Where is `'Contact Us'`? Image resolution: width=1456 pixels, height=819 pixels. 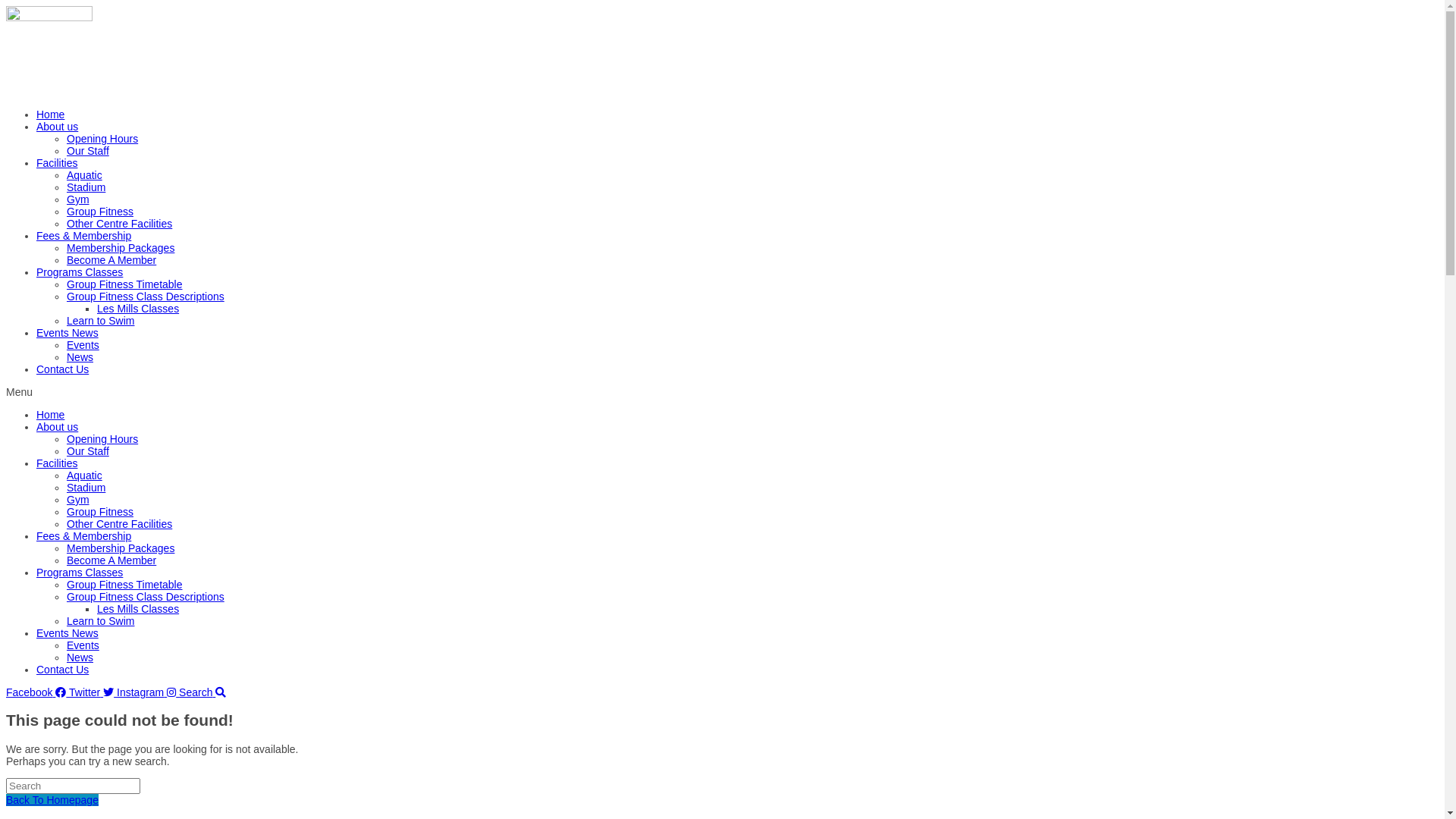 'Contact Us' is located at coordinates (36, 669).